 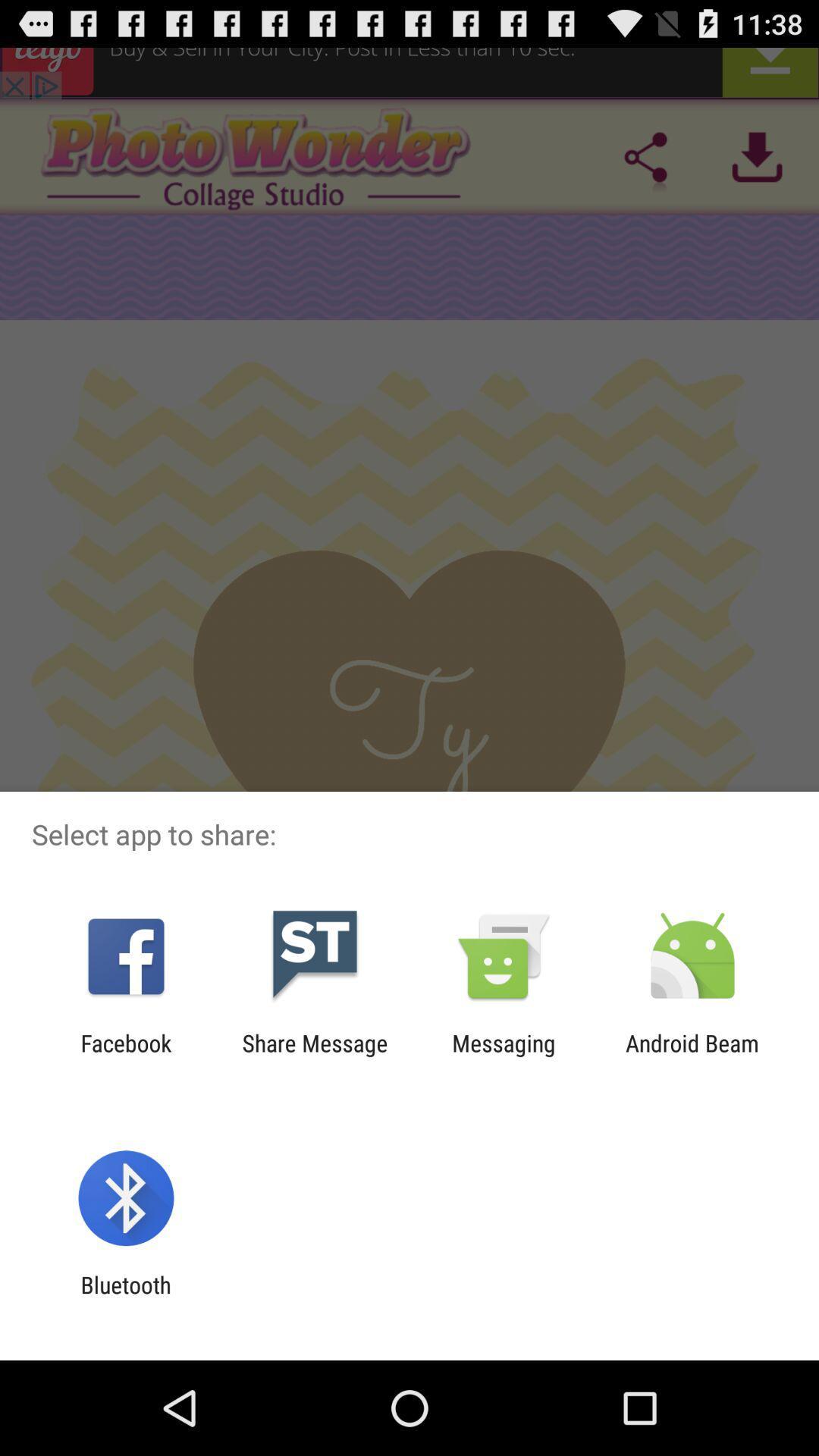 I want to click on the bluetooth, so click(x=125, y=1298).